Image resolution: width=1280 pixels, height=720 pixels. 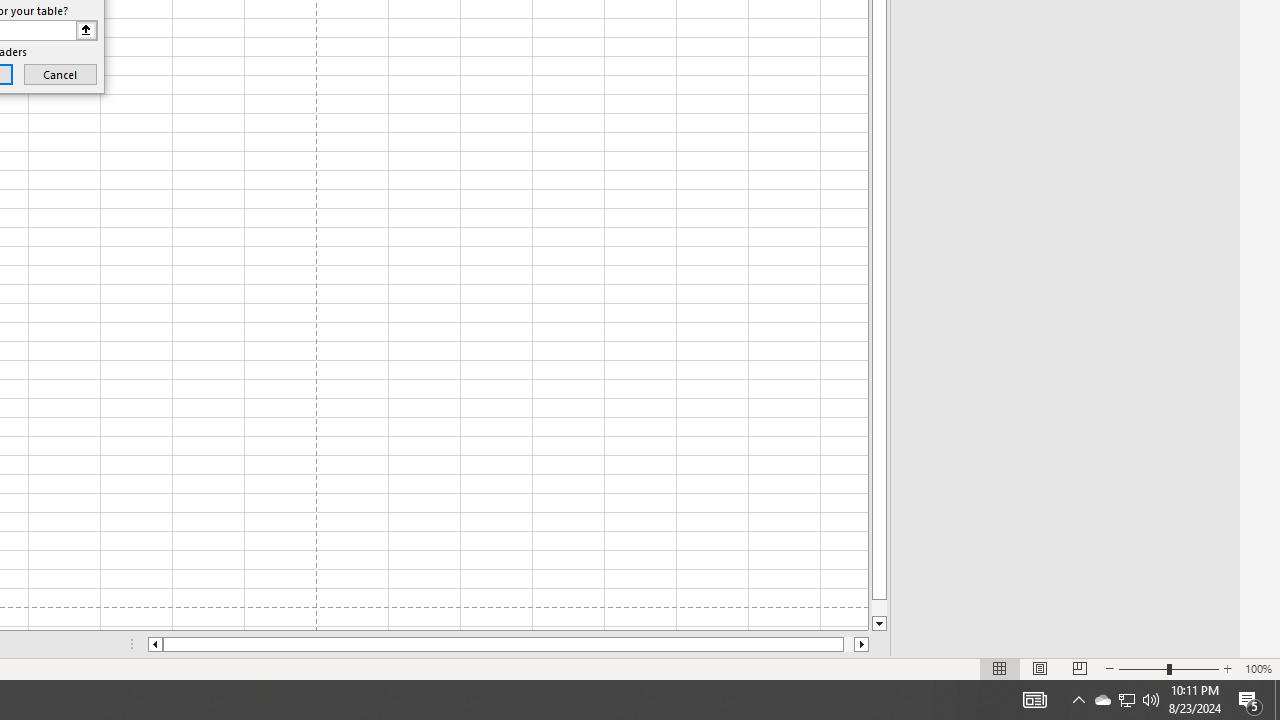 What do you see at coordinates (848, 644) in the screenshot?
I see `'Page right'` at bounding box center [848, 644].